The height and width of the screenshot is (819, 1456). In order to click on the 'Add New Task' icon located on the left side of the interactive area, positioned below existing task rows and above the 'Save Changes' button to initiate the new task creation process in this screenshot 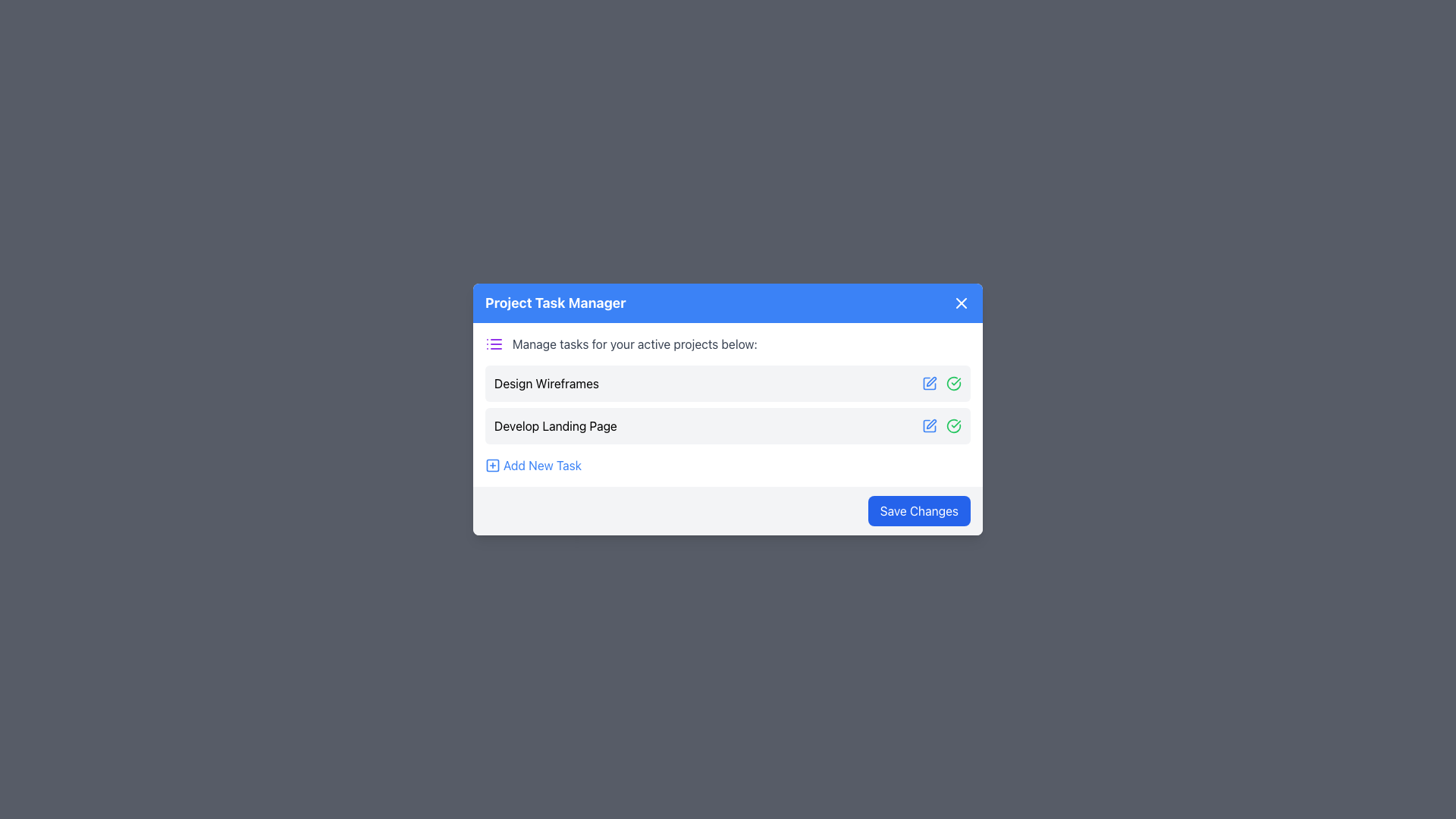, I will do `click(492, 464)`.